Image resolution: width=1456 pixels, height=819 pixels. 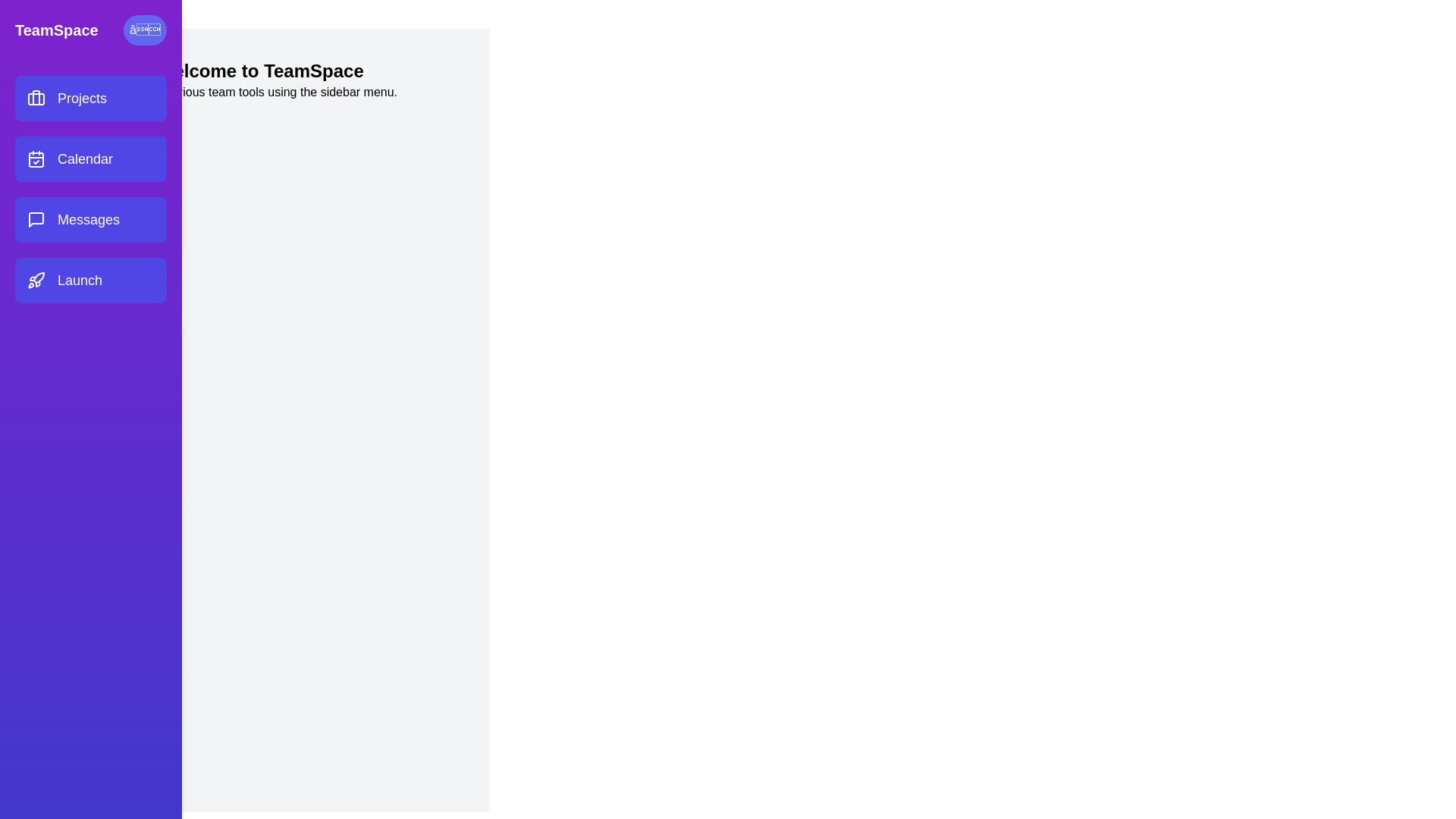 What do you see at coordinates (90, 158) in the screenshot?
I see `the menu item labeled Calendar to navigate` at bounding box center [90, 158].